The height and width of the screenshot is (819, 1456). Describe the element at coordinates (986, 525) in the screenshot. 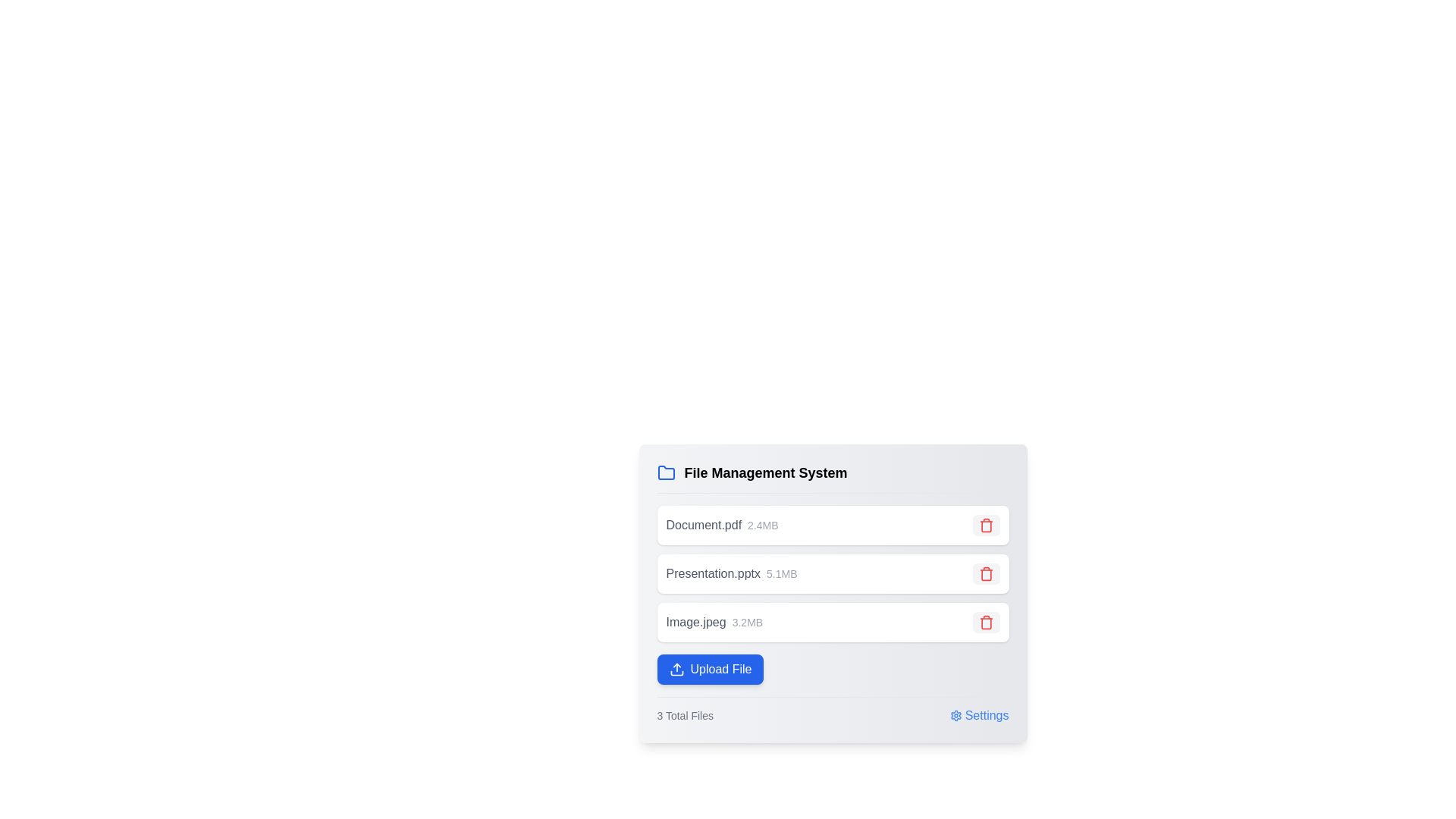

I see `the delete icon button located in the last column of the top row corresponding to the file named 'Document.pdf 2.4MB'` at that location.